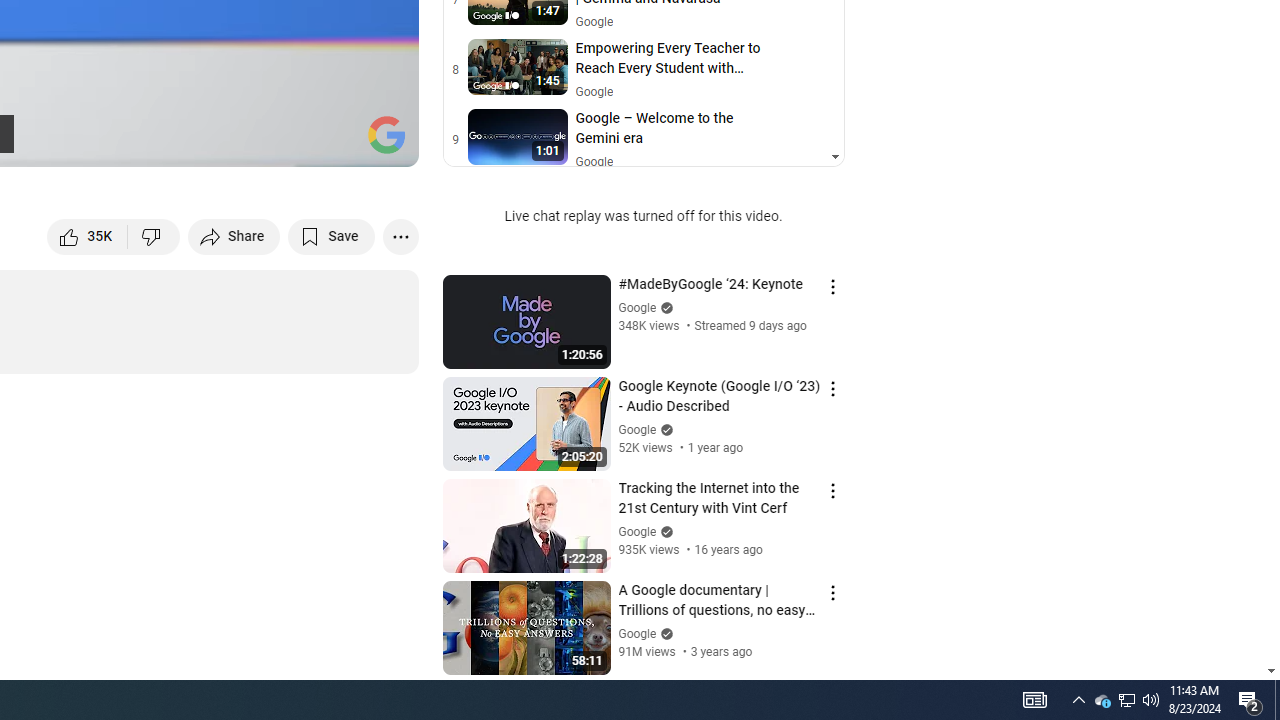 The width and height of the screenshot is (1280, 720). Describe the element at coordinates (832, 591) in the screenshot. I see `'Action menu'` at that location.